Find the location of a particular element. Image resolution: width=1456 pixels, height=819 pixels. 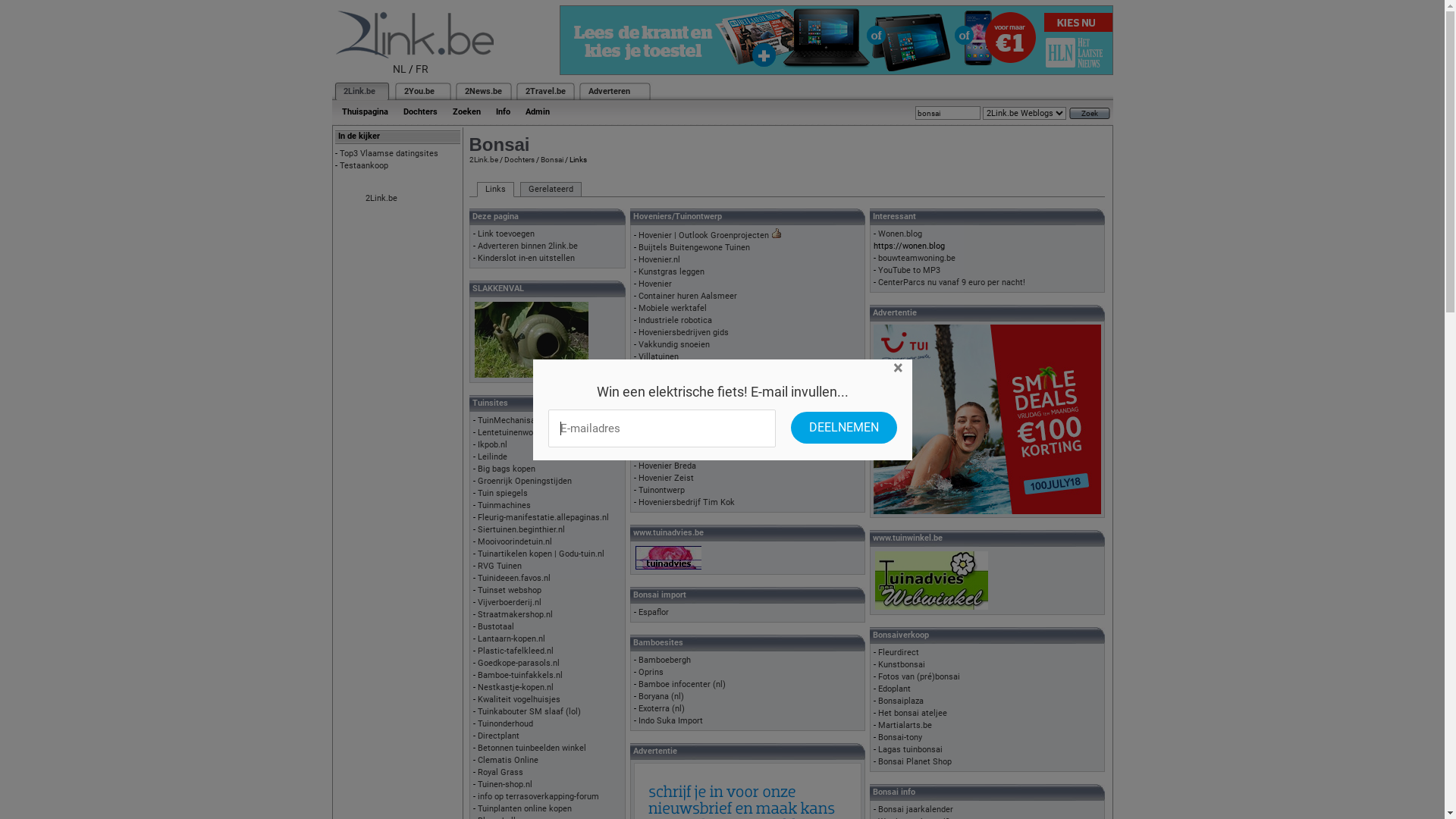

'Admin' is located at coordinates (537, 111).